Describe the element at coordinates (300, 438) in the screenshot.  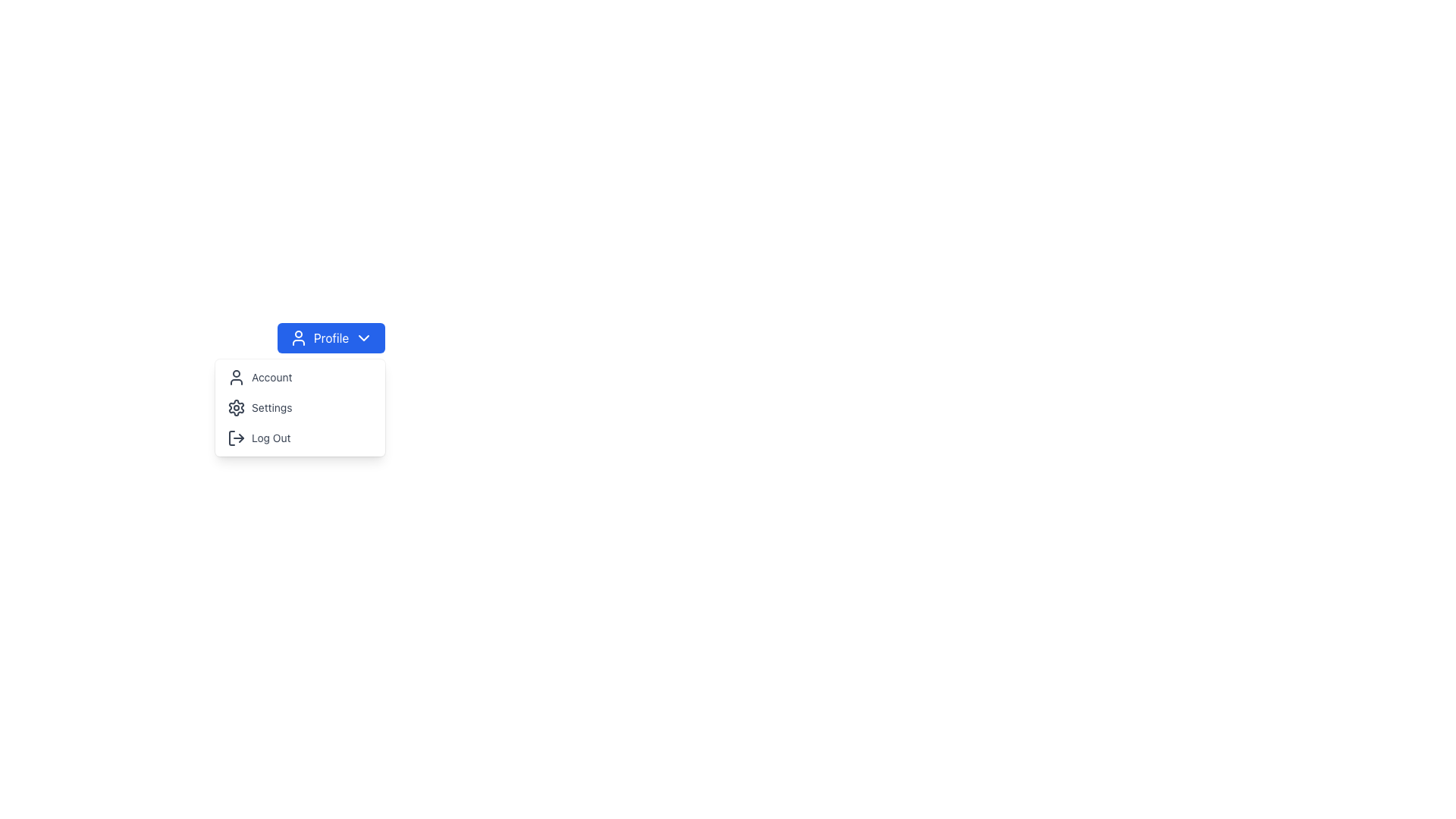
I see `the 'Log Out' menu item, which is the third item in the dropdown menu under the 'Profile' button, to log out` at that location.